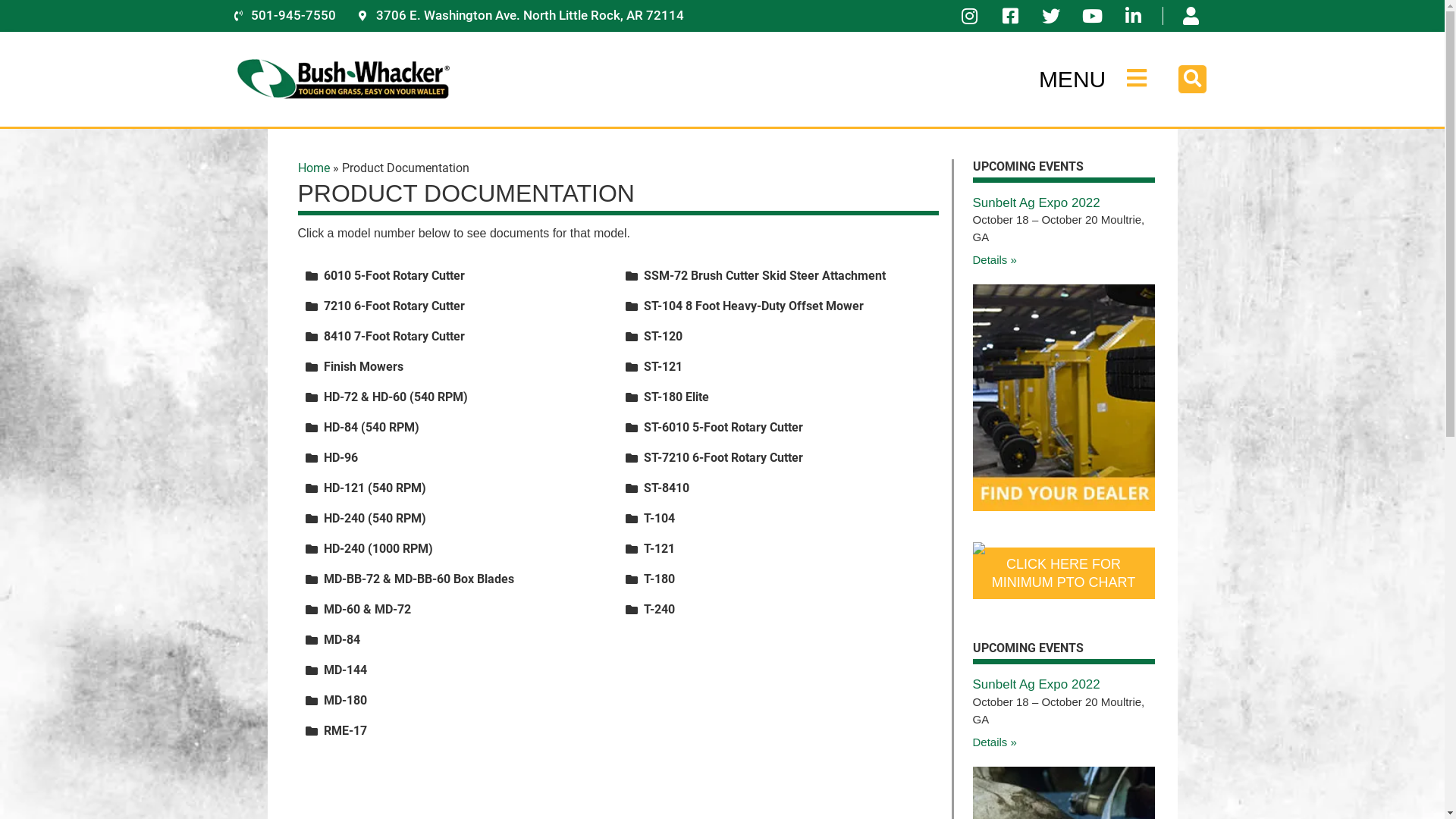 The height and width of the screenshot is (819, 1456). I want to click on 'HD-240 (1000 RPM)', so click(378, 548).